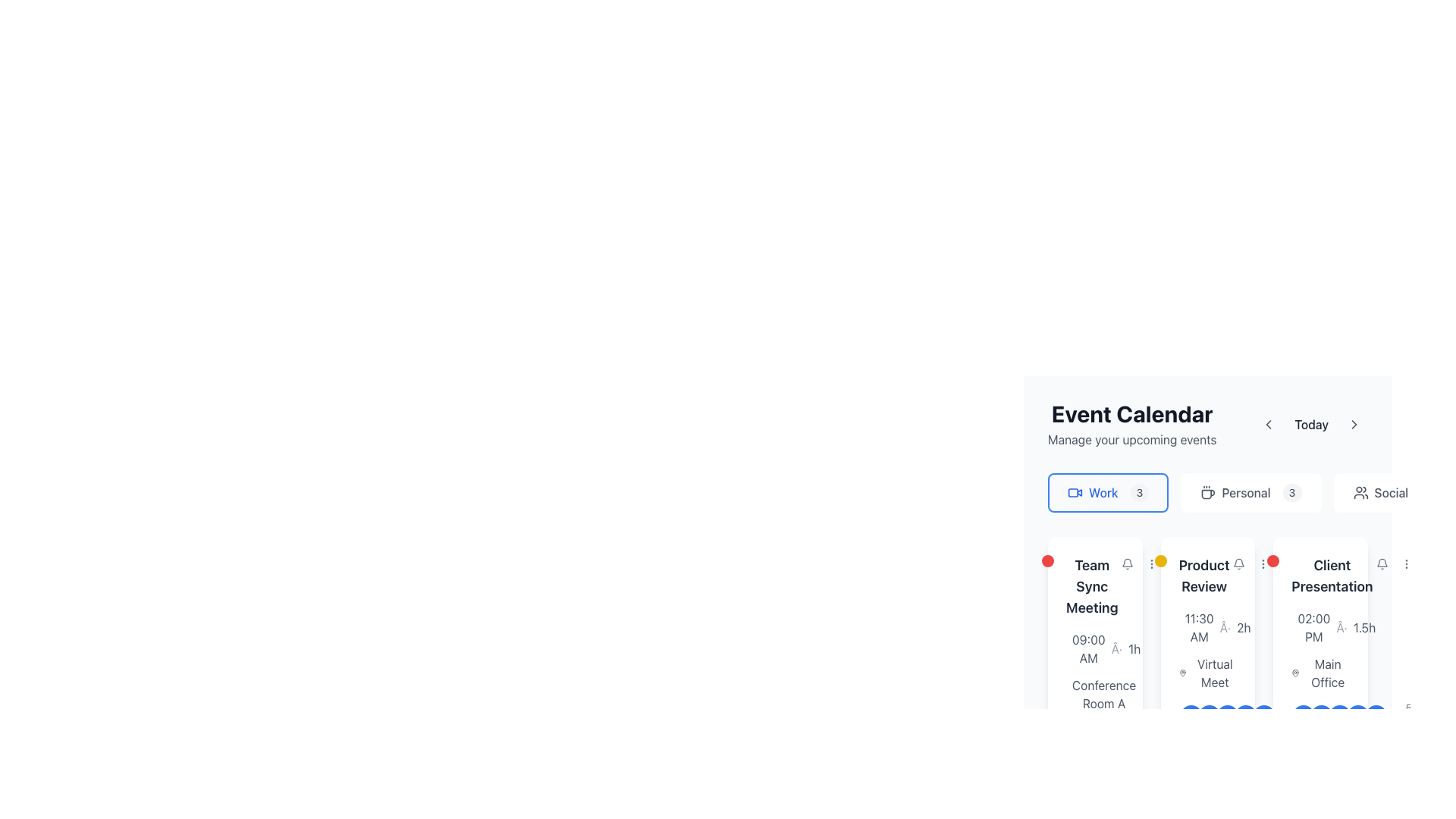  What do you see at coordinates (1360, 493) in the screenshot?
I see `the group feature icon located to the right of the 'Social 3' button, which indicates a social aspect or multiple users` at bounding box center [1360, 493].